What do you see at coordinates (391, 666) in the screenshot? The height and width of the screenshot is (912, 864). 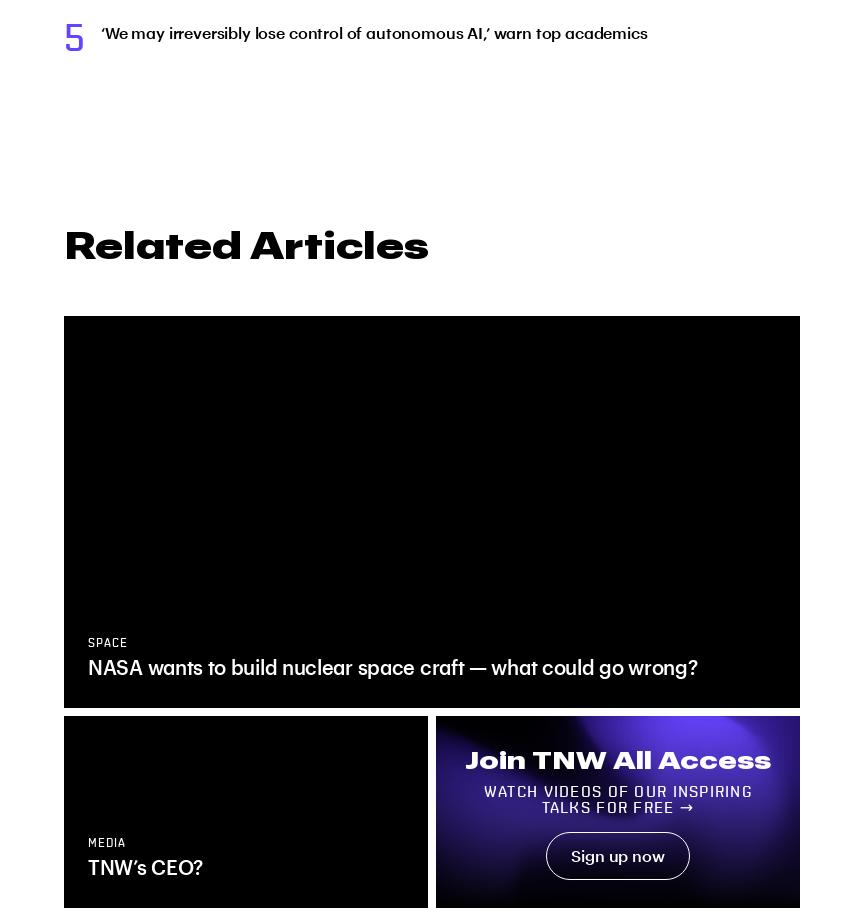 I see `'NASA wants to build nuclear space craft — what could go wrong?'` at bounding box center [391, 666].